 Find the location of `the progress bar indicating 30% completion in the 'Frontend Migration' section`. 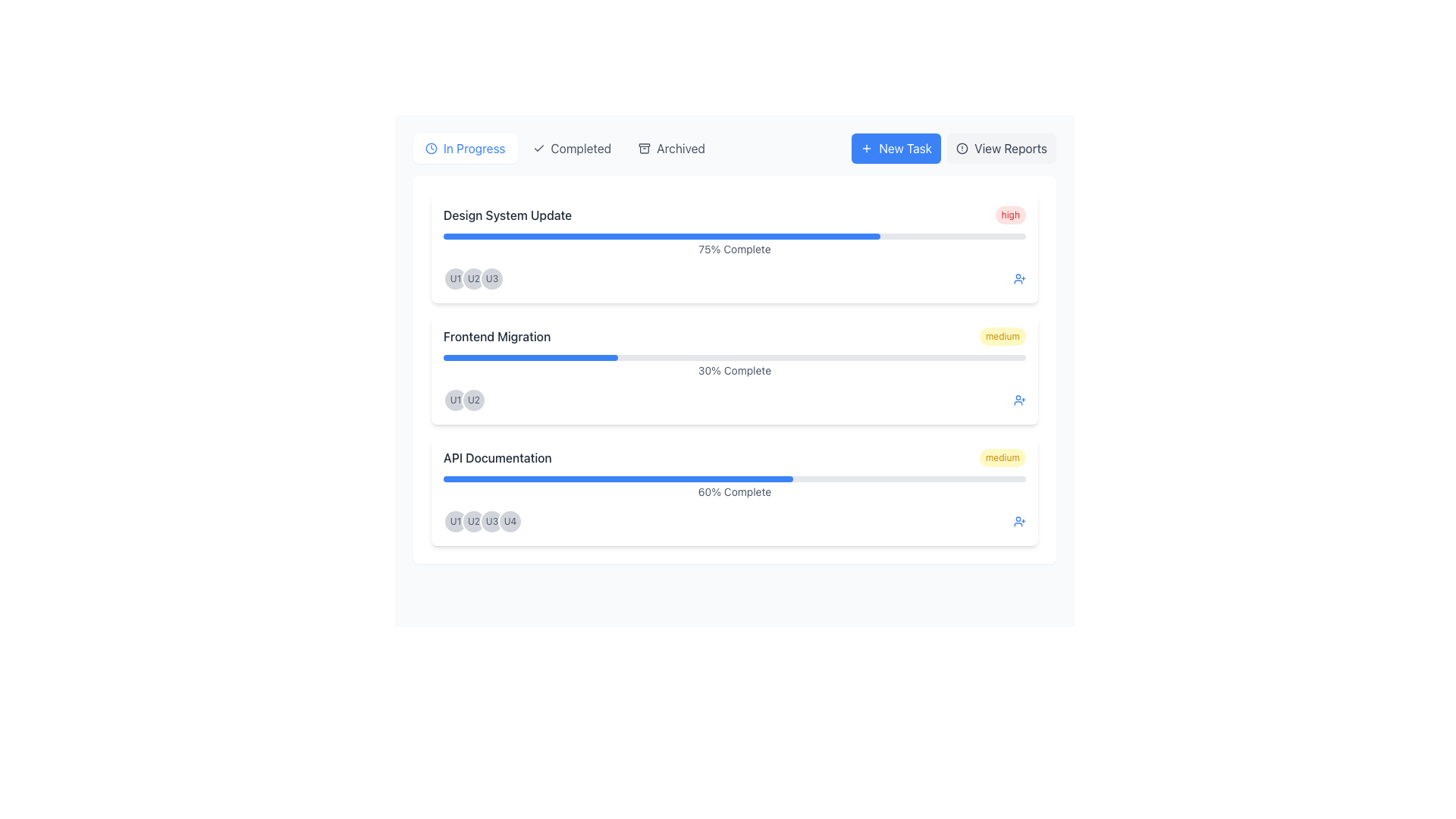

the progress bar indicating 30% completion in the 'Frontend Migration' section is located at coordinates (735, 357).